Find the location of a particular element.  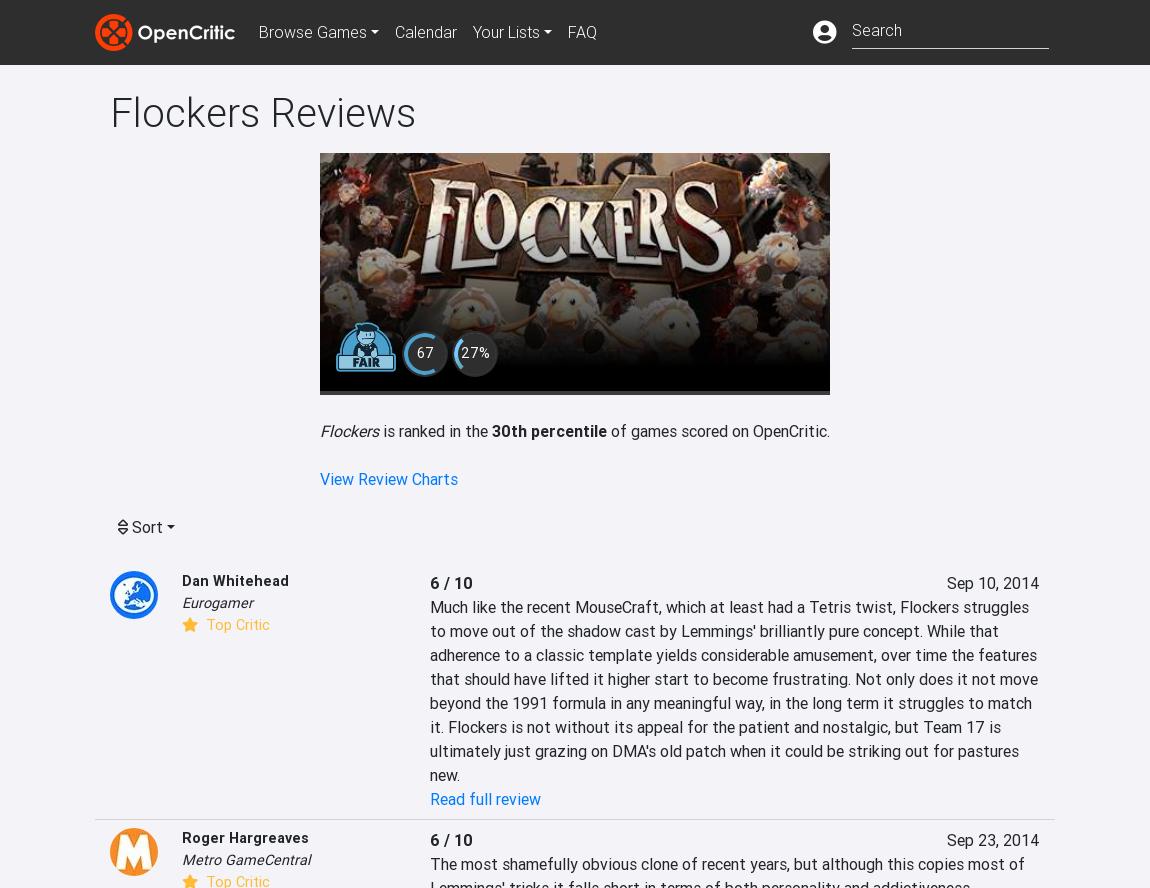

'View Review Charts' is located at coordinates (389, 478).